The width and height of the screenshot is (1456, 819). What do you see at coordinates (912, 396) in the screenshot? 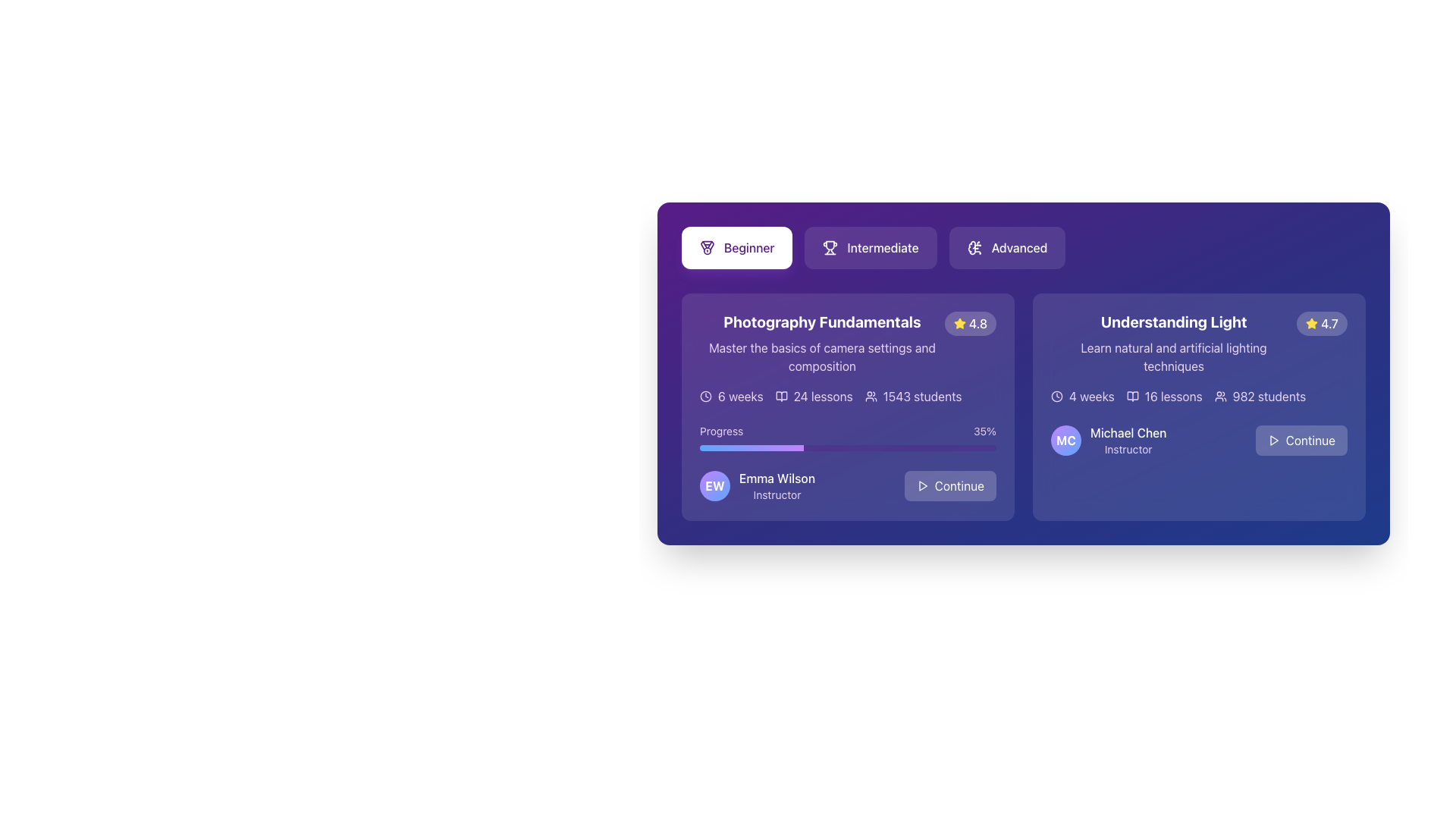
I see `the text with an icon combination in the bottom-left section of the 'Photography Fundamentals' course card, which provides static information about course enrollment` at bounding box center [912, 396].